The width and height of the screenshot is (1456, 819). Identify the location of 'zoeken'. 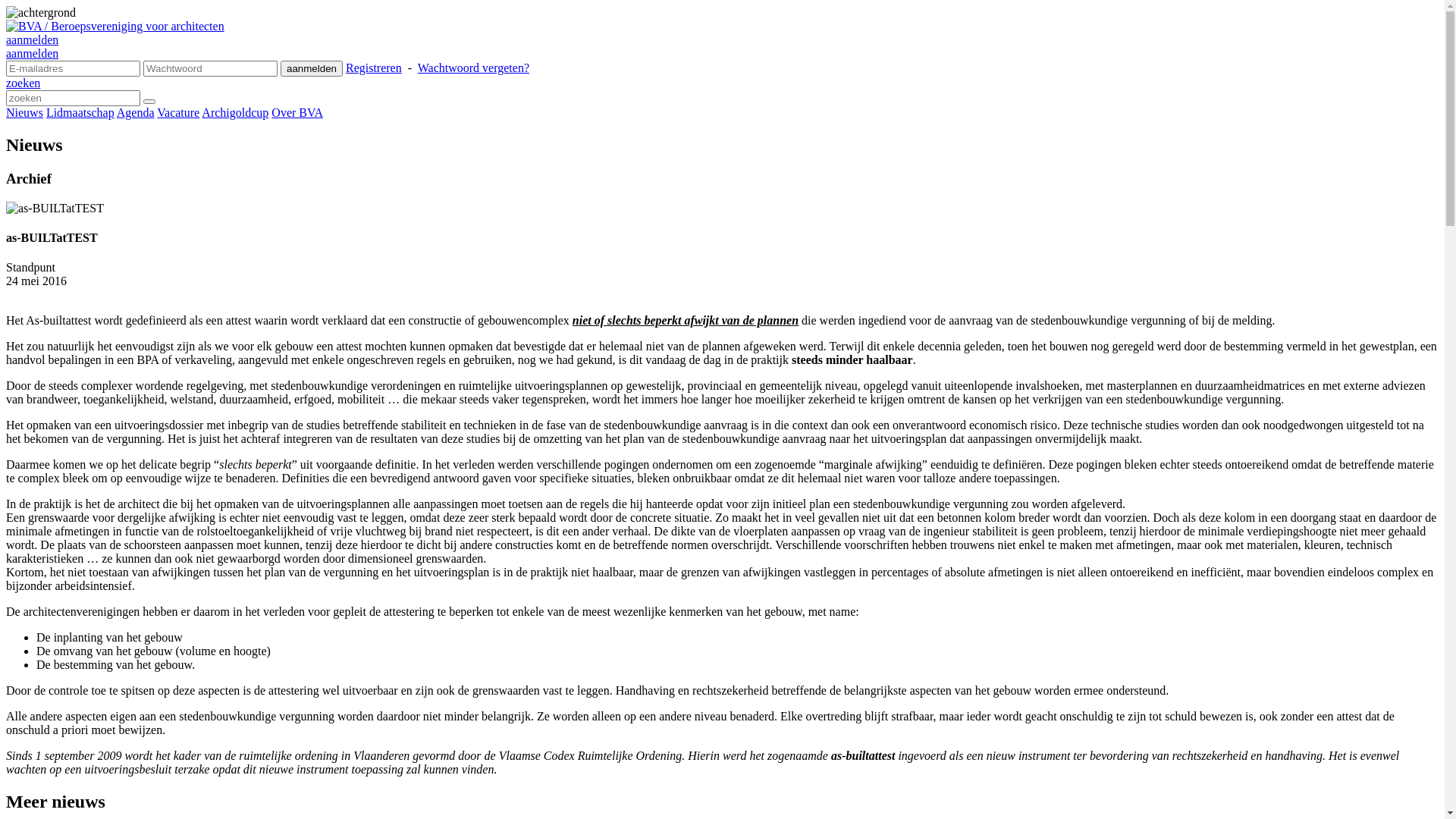
(23, 83).